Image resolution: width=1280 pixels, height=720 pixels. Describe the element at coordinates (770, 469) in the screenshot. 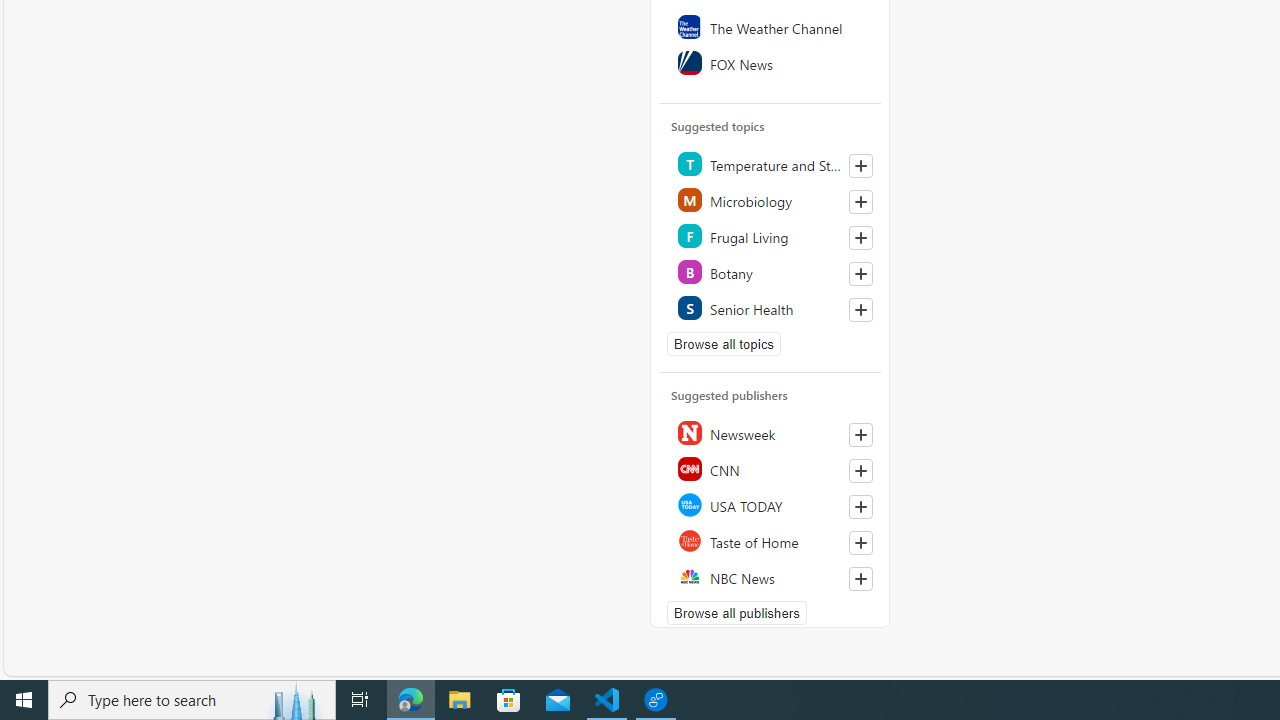

I see `'CNN'` at that location.